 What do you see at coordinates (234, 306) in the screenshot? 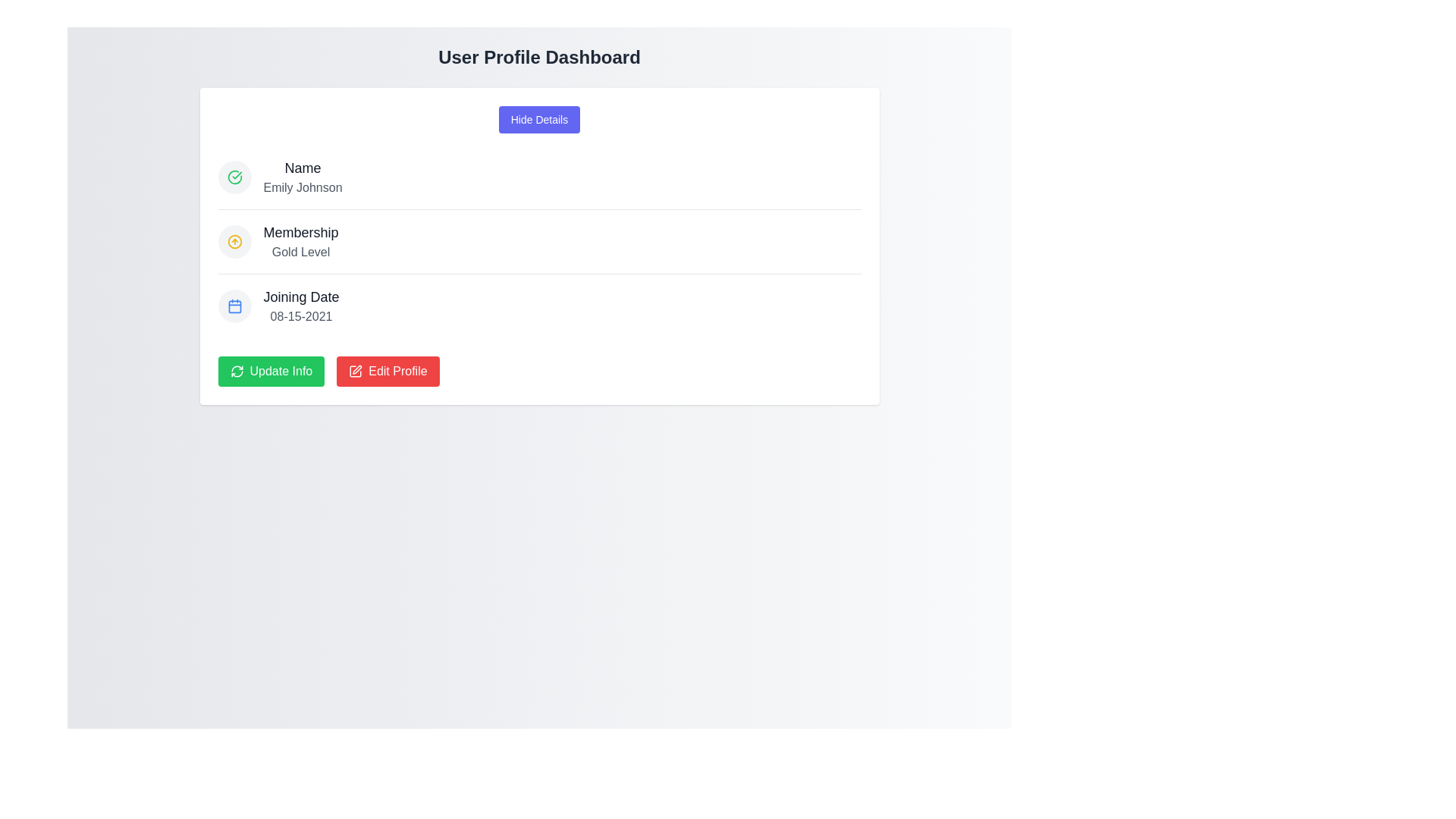
I see `the calendar icon located to the left of the text 'Joining Date 08-15-2021' in the 'Joining Date' section` at bounding box center [234, 306].